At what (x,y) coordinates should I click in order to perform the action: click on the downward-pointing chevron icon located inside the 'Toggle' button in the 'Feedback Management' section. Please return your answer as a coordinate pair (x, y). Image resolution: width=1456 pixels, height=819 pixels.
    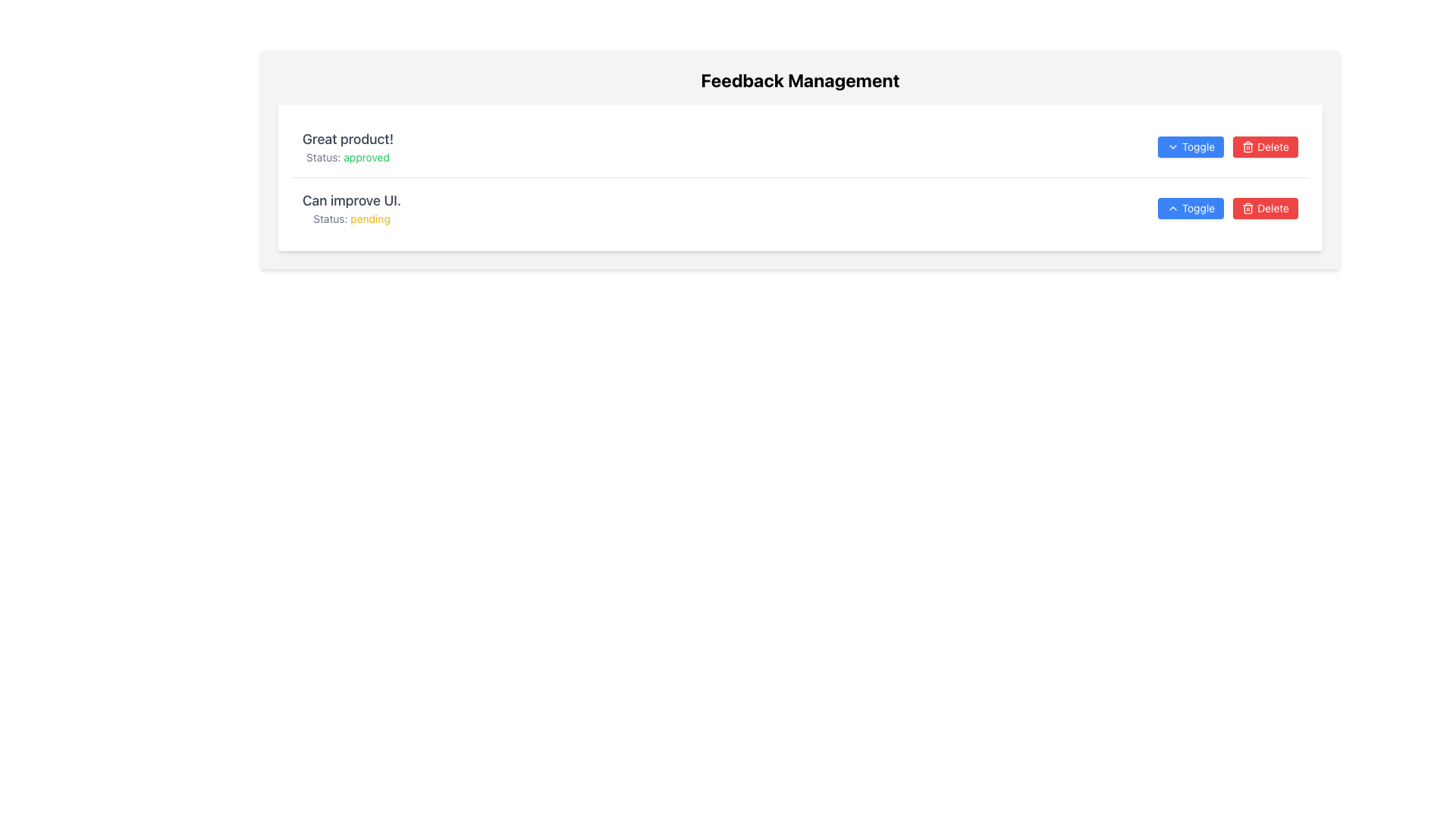
    Looking at the image, I should click on (1172, 146).